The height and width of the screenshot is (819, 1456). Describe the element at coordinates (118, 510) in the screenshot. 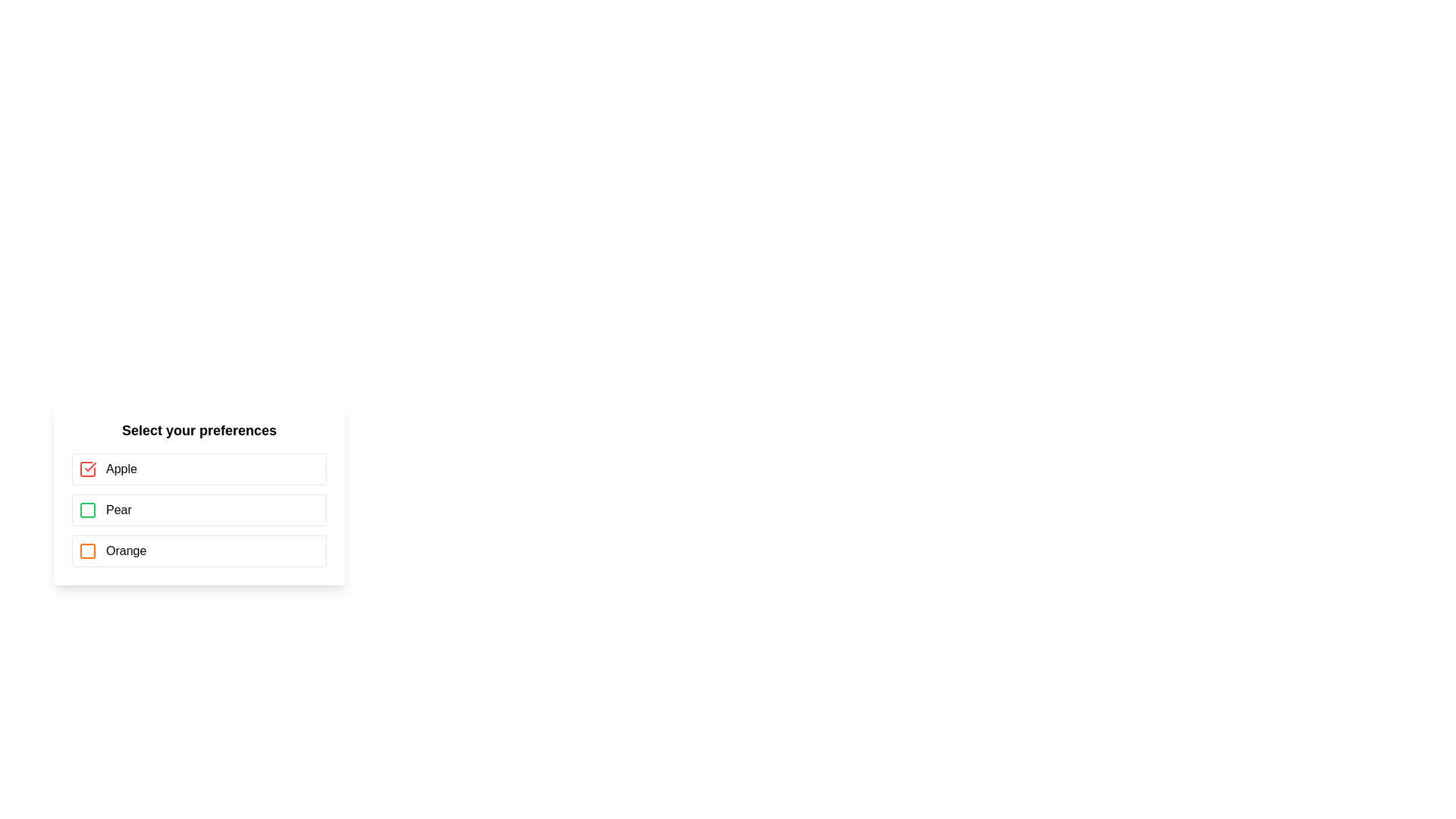

I see `the 'Pear' text label in the preference selection list, which is positioned between the 'Apple' and 'Orange' items` at that location.